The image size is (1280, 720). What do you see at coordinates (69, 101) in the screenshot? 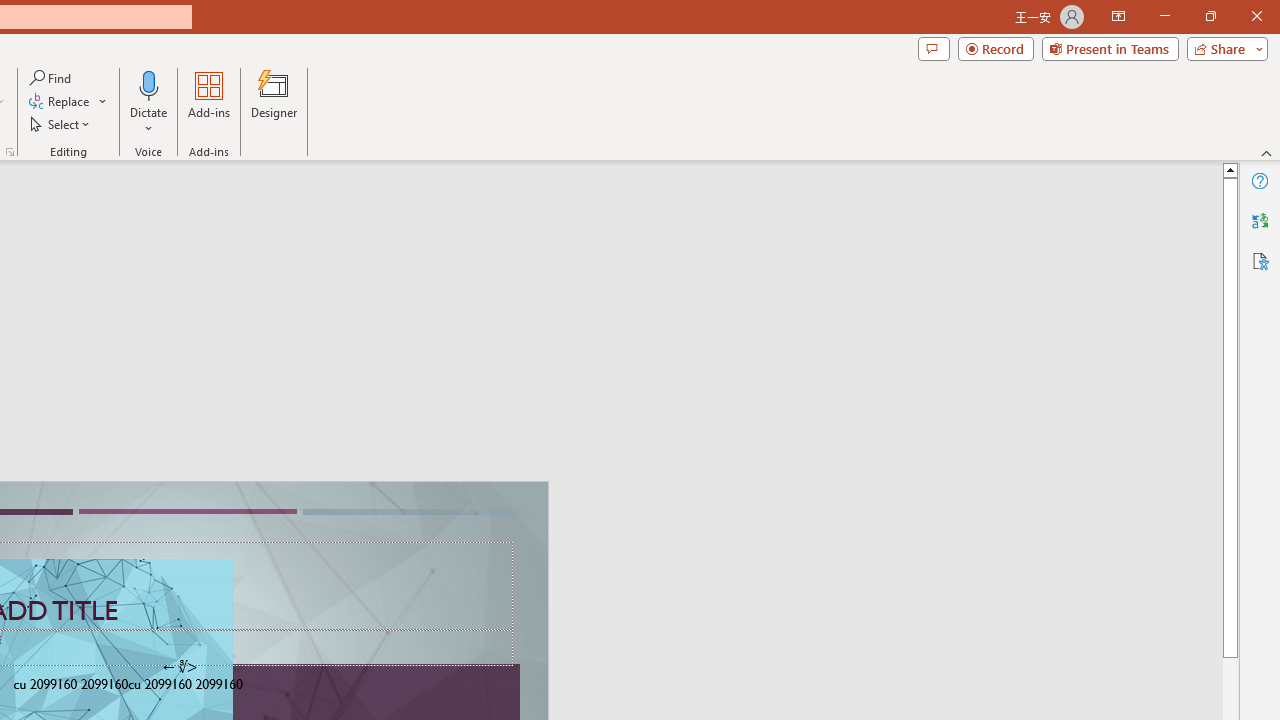
I see `'Replace...'` at bounding box center [69, 101].